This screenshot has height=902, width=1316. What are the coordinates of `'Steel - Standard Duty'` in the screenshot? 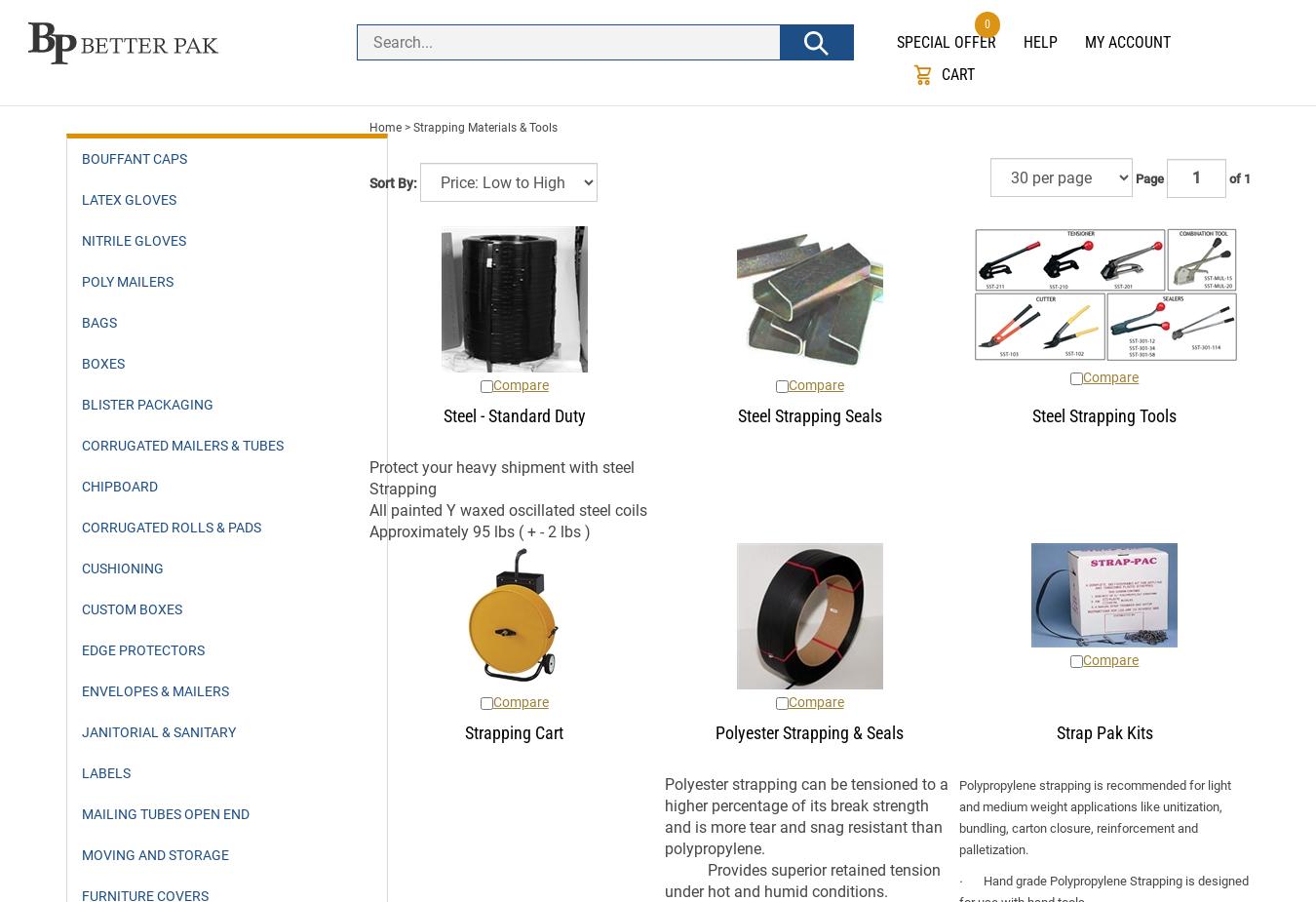 It's located at (513, 414).